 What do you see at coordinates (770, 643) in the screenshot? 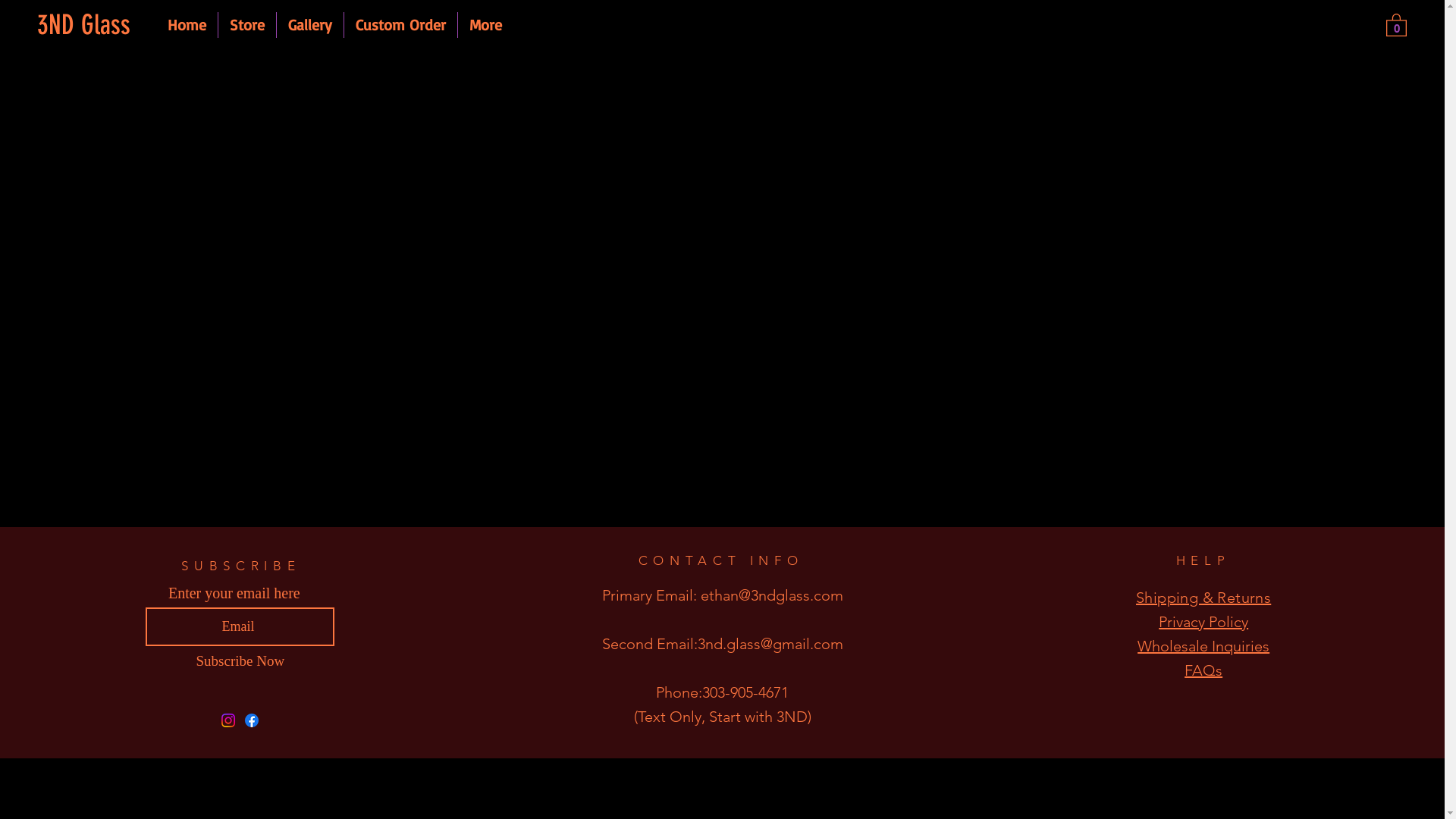
I see `'3nd.glass@gmail.com'` at bounding box center [770, 643].